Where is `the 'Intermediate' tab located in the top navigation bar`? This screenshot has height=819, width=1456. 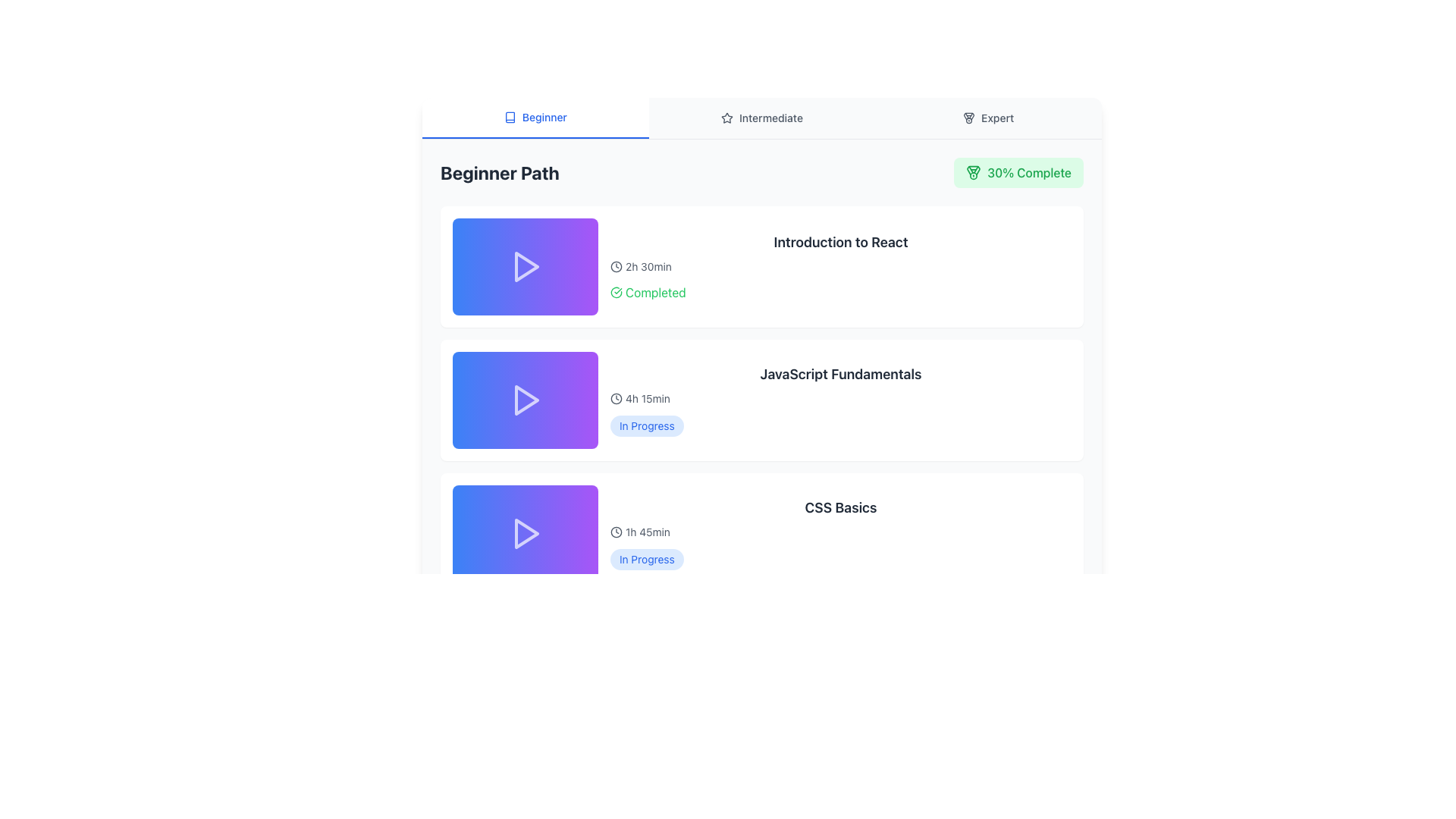
the 'Intermediate' tab located in the top navigation bar is located at coordinates (761, 117).